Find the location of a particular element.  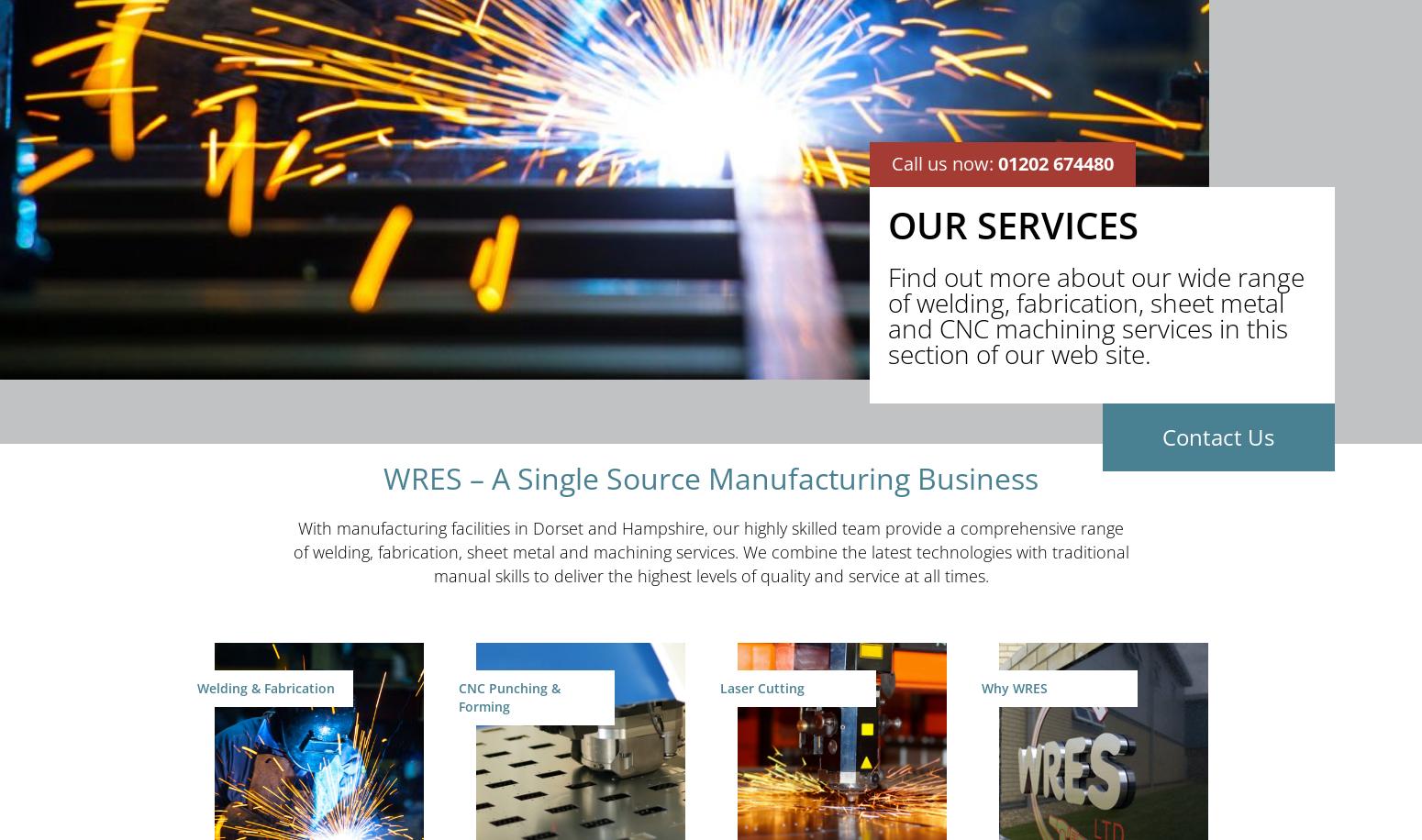

'Welding & Fabrication' is located at coordinates (266, 687).